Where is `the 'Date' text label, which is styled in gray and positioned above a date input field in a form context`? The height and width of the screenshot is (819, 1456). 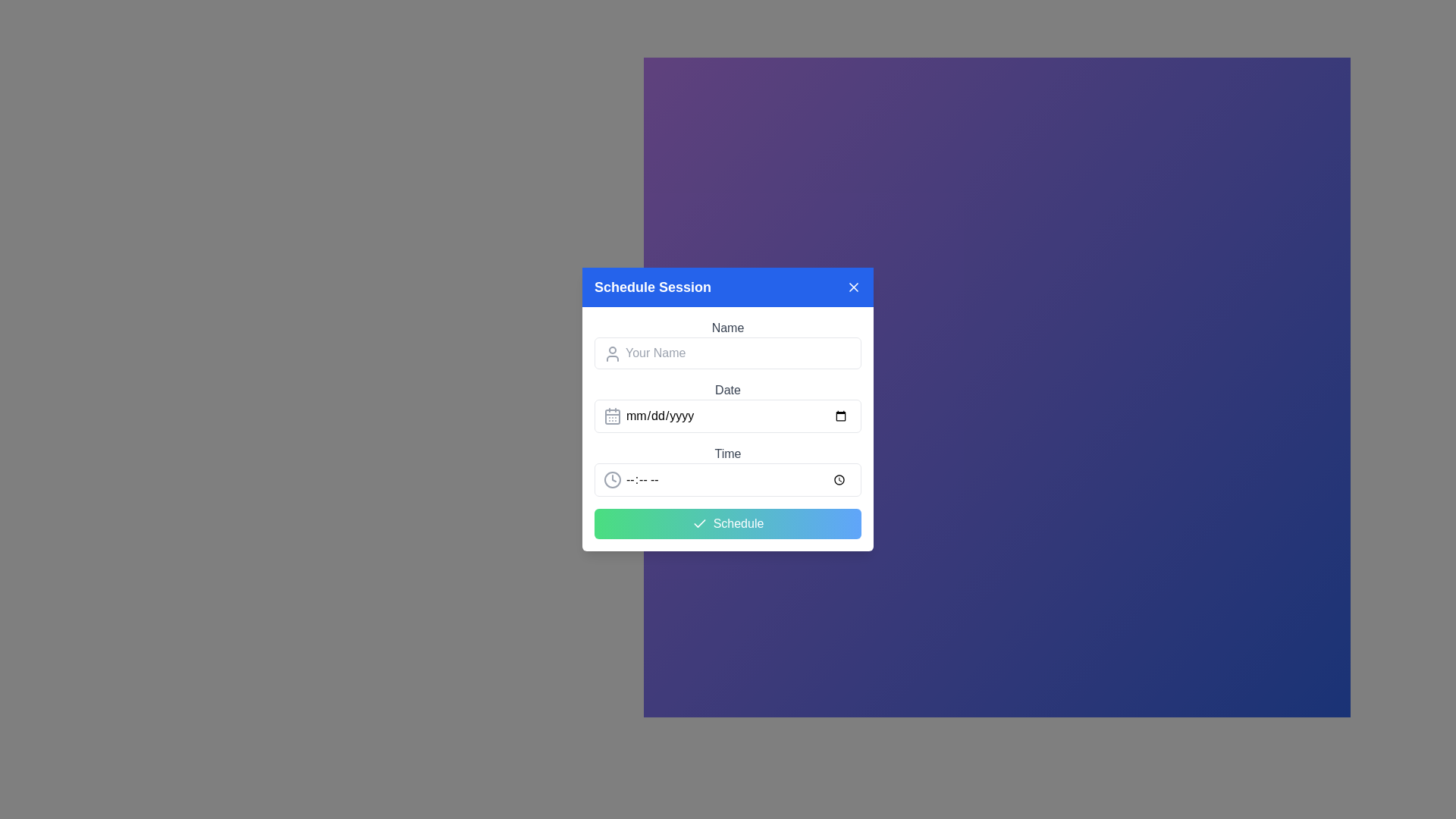 the 'Date' text label, which is styled in gray and positioned above a date input field in a form context is located at coordinates (728, 390).